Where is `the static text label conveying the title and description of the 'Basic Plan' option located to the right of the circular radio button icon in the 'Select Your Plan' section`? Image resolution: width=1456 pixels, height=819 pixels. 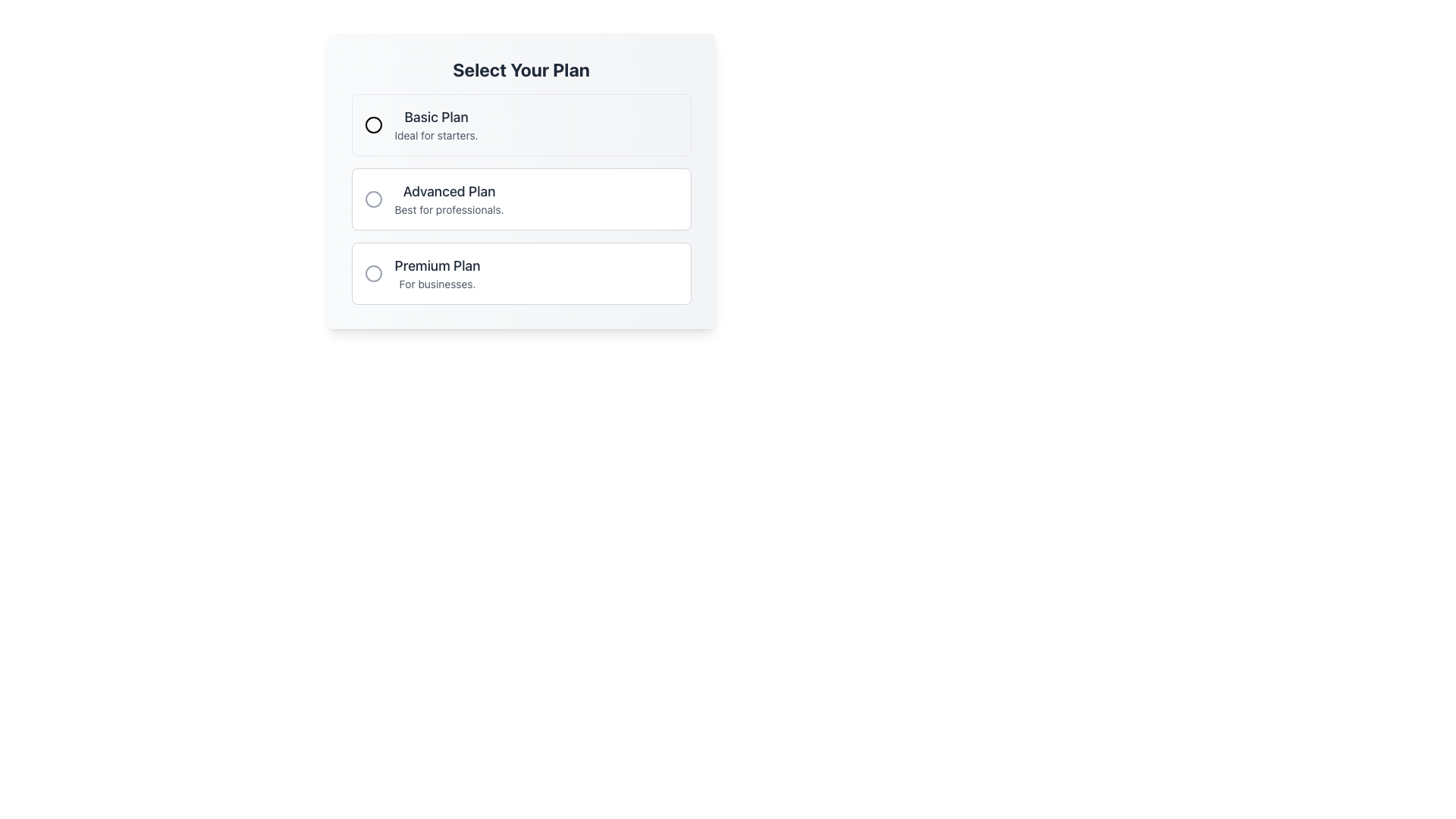
the static text label conveying the title and description of the 'Basic Plan' option located to the right of the circular radio button icon in the 'Select Your Plan' section is located at coordinates (435, 124).